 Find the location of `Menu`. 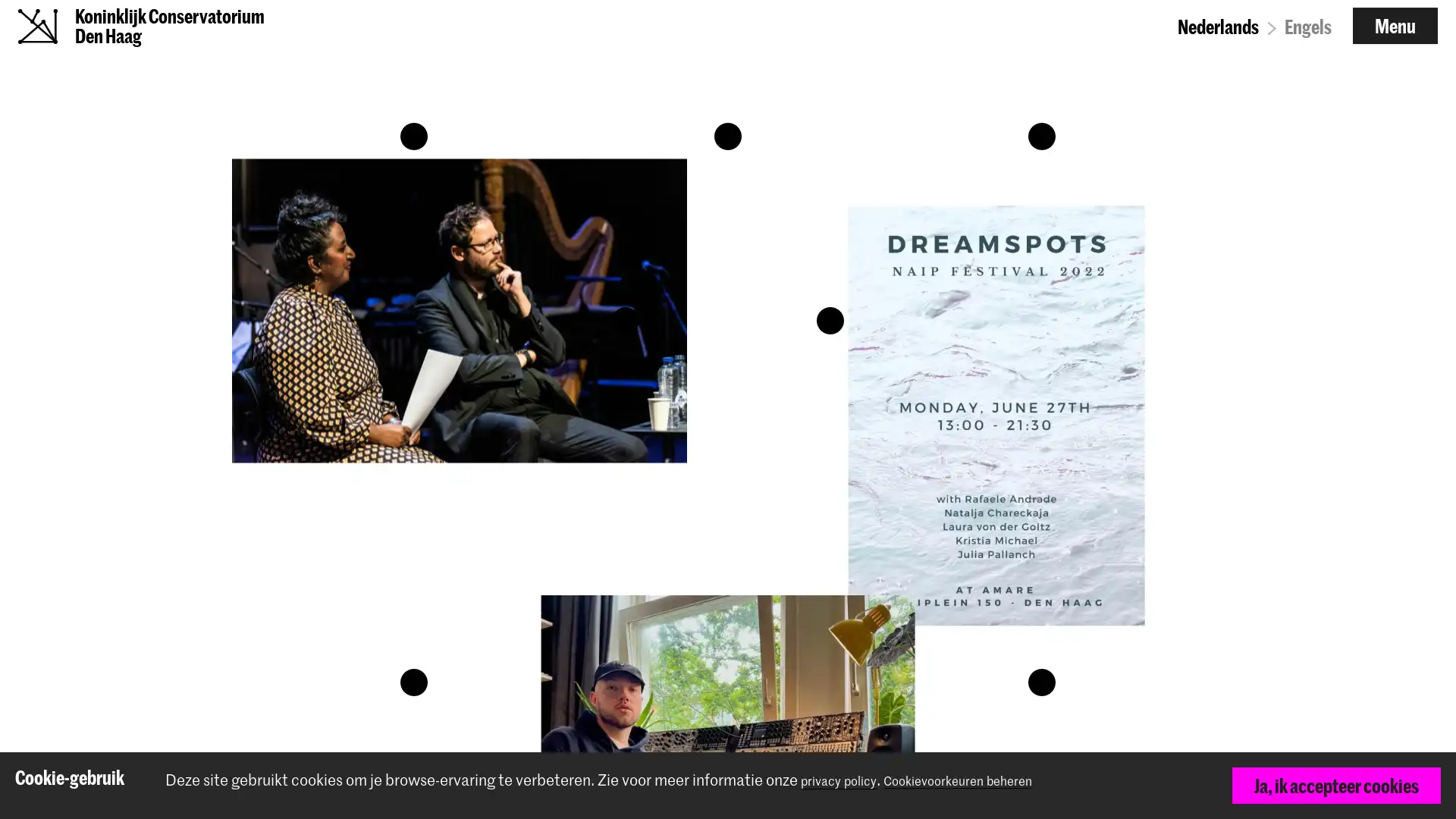

Menu is located at coordinates (1395, 35).